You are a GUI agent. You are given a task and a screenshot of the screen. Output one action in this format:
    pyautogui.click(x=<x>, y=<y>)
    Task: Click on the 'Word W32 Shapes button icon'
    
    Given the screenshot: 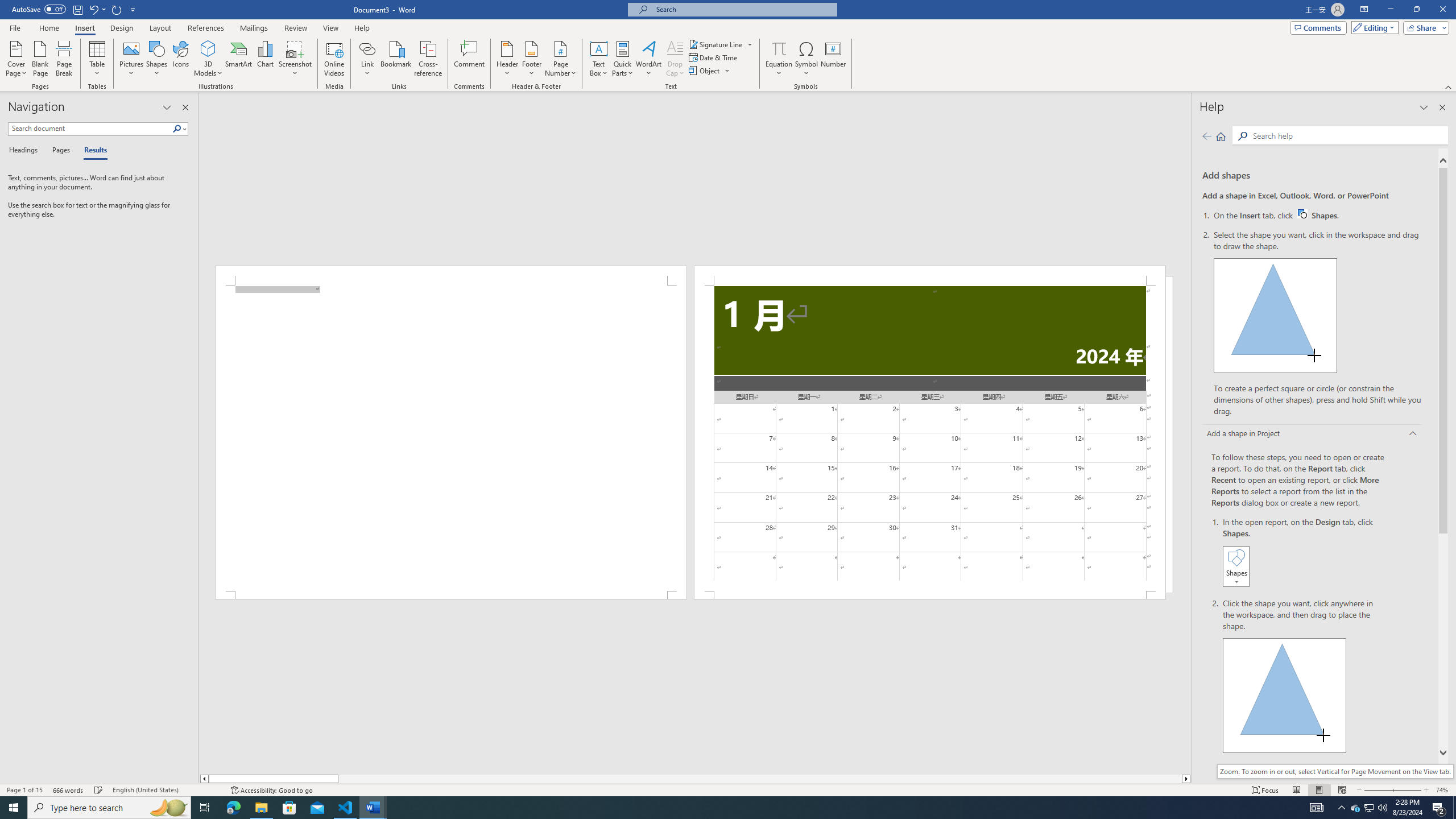 What is the action you would take?
    pyautogui.click(x=1301, y=213)
    